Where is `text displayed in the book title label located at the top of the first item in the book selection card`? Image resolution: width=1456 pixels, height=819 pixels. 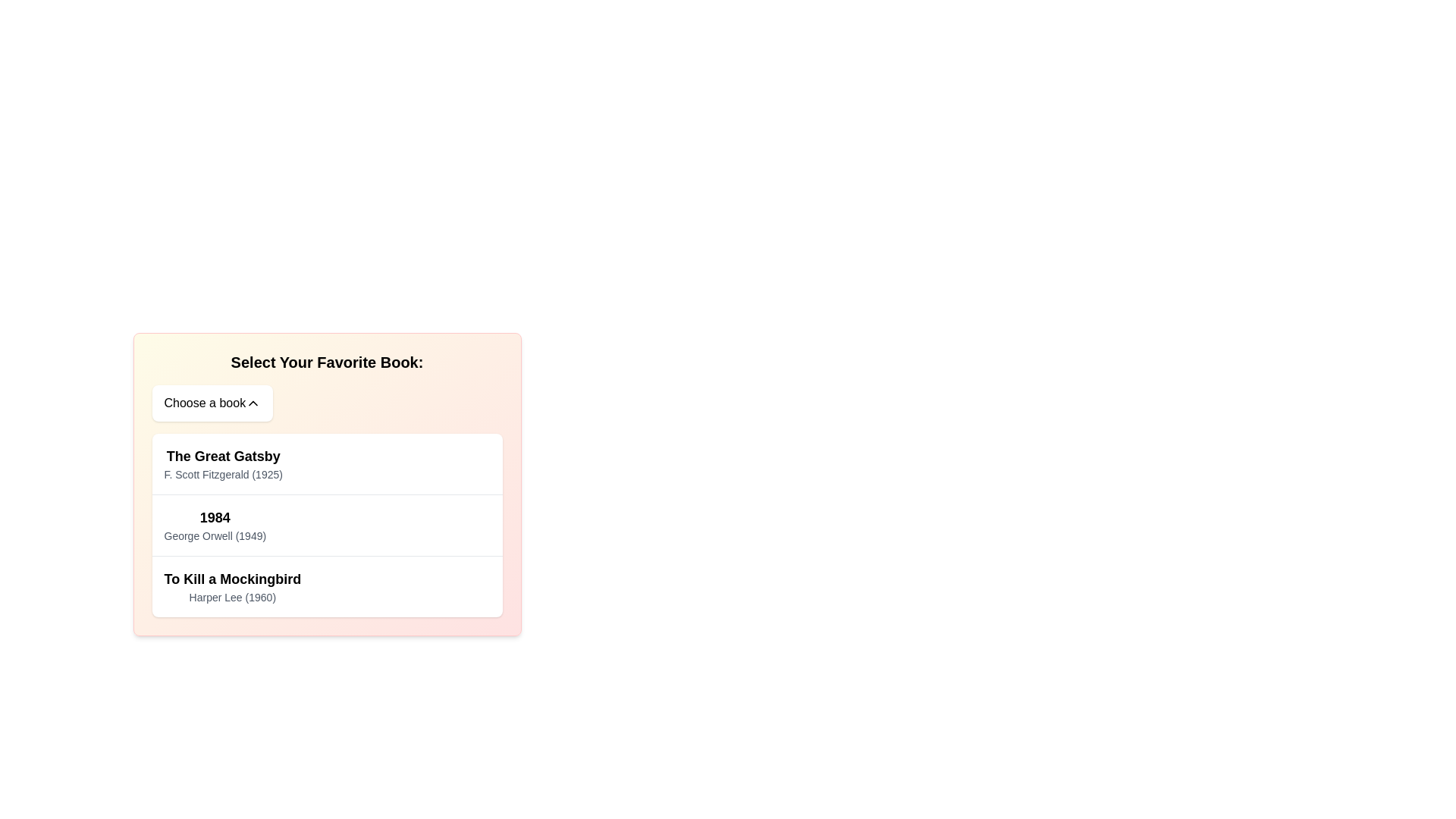 text displayed in the book title label located at the top of the first item in the book selection card is located at coordinates (222, 455).